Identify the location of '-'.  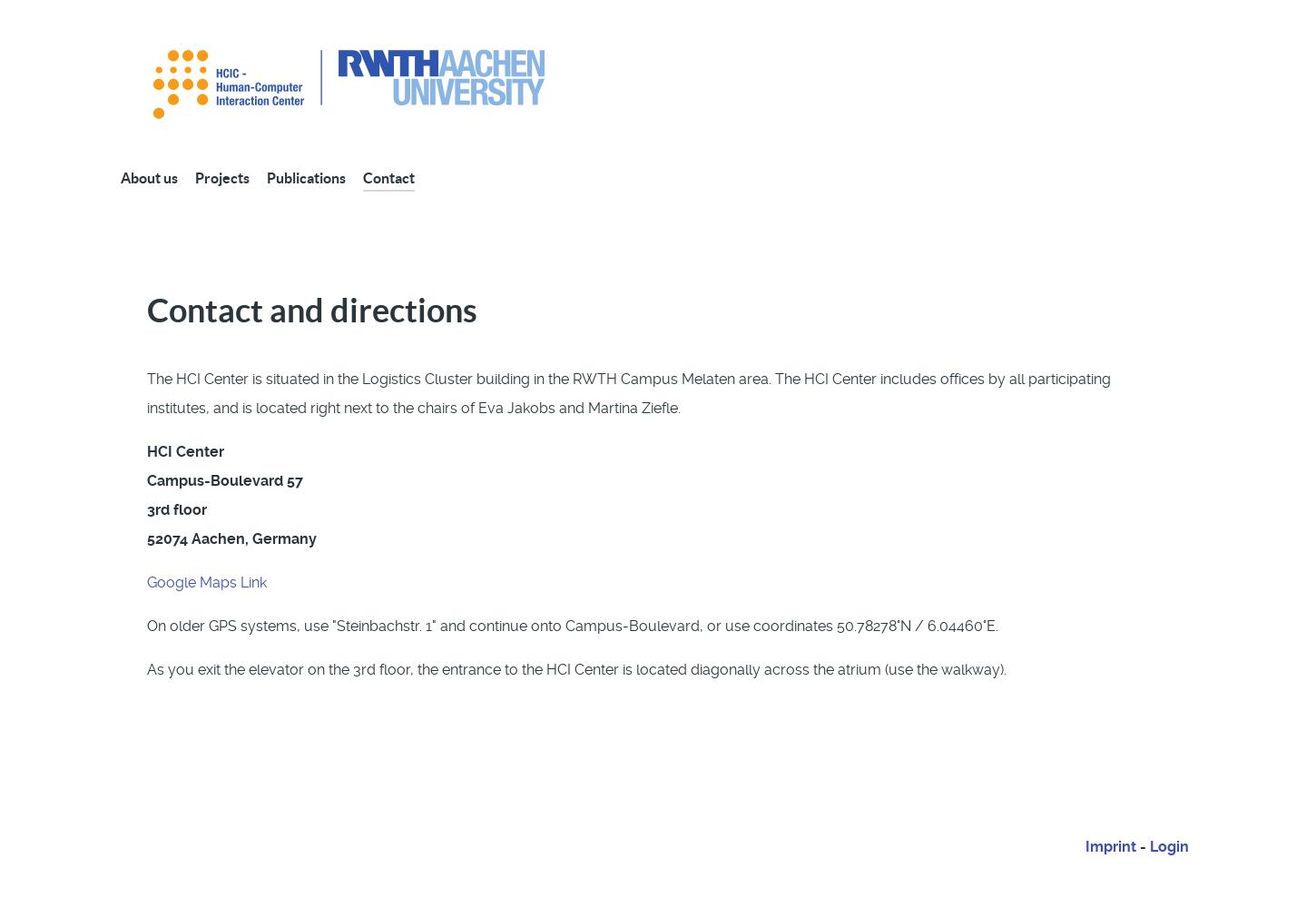
(1143, 846).